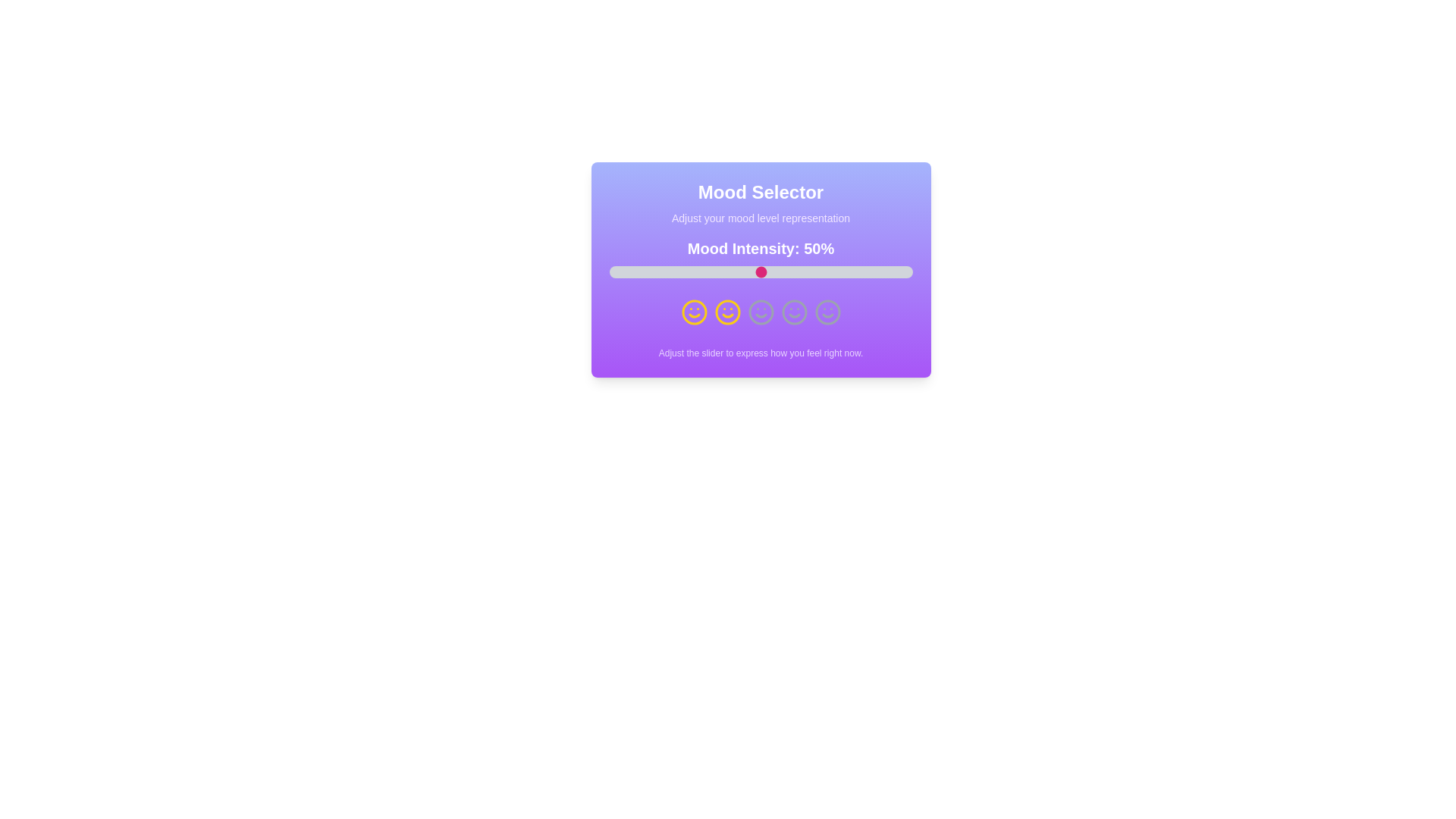  I want to click on the slider to set the mood intensity to 0%, so click(609, 271).